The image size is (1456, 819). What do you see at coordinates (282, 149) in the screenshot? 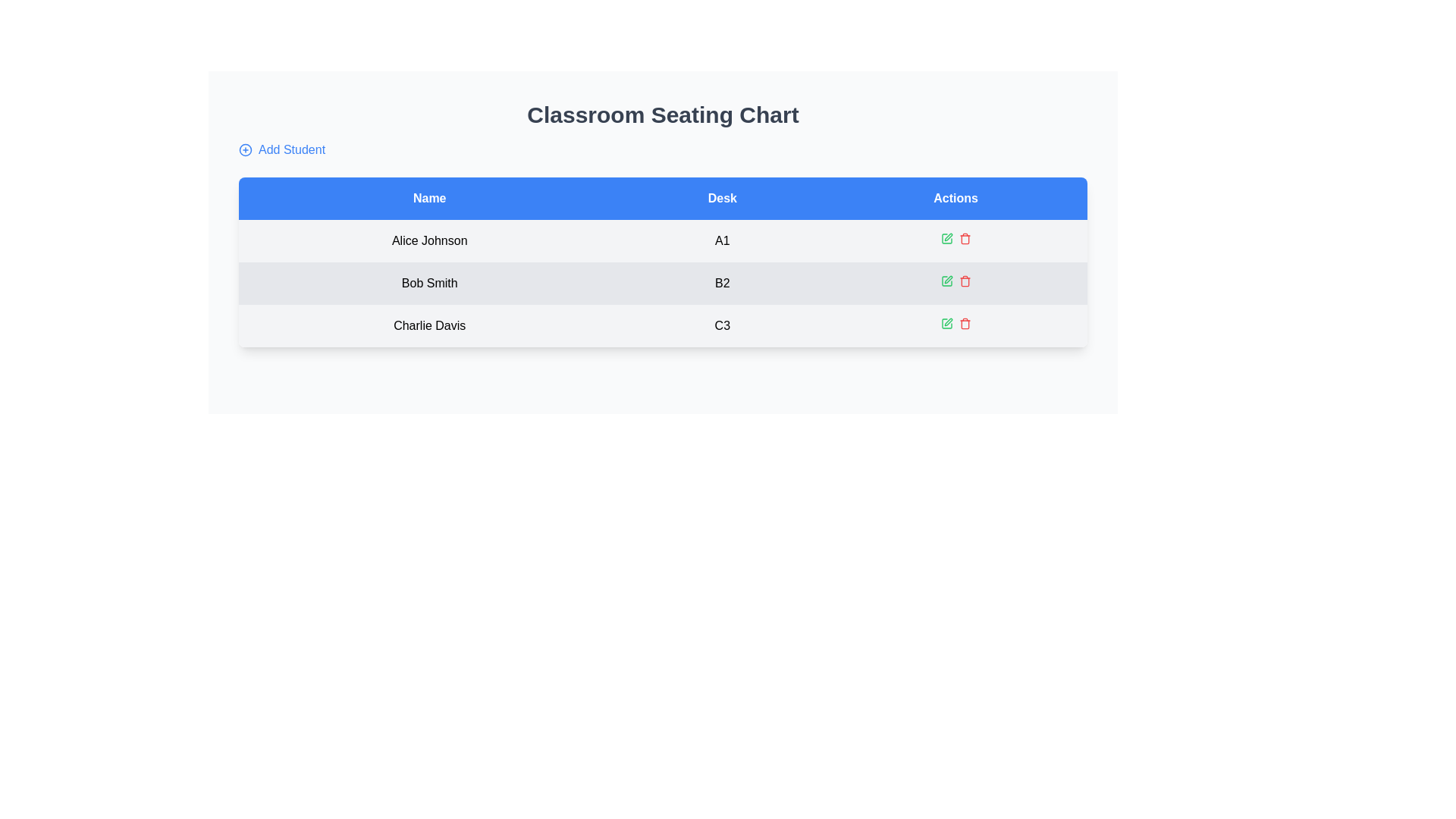
I see `the 'Add Student' button, which is a blue clickable text with a circular '+' icon on its left, located near the top left of the page beneath the heading 'Classroom Seating Chart'` at bounding box center [282, 149].